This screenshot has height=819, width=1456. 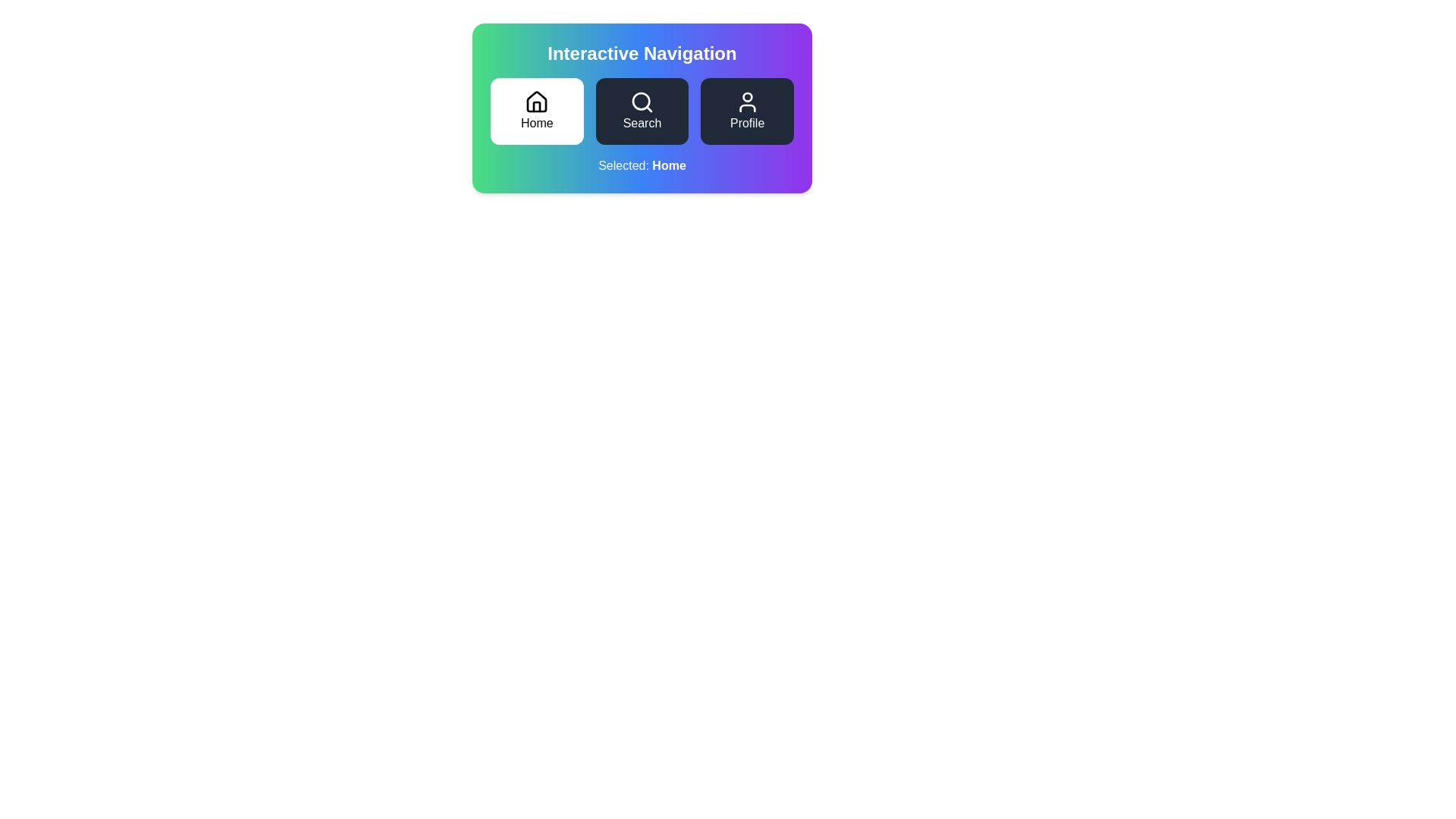 What do you see at coordinates (641, 101) in the screenshot?
I see `the circular magnifying glass icon located in the 'Search' section of the navigation panel` at bounding box center [641, 101].